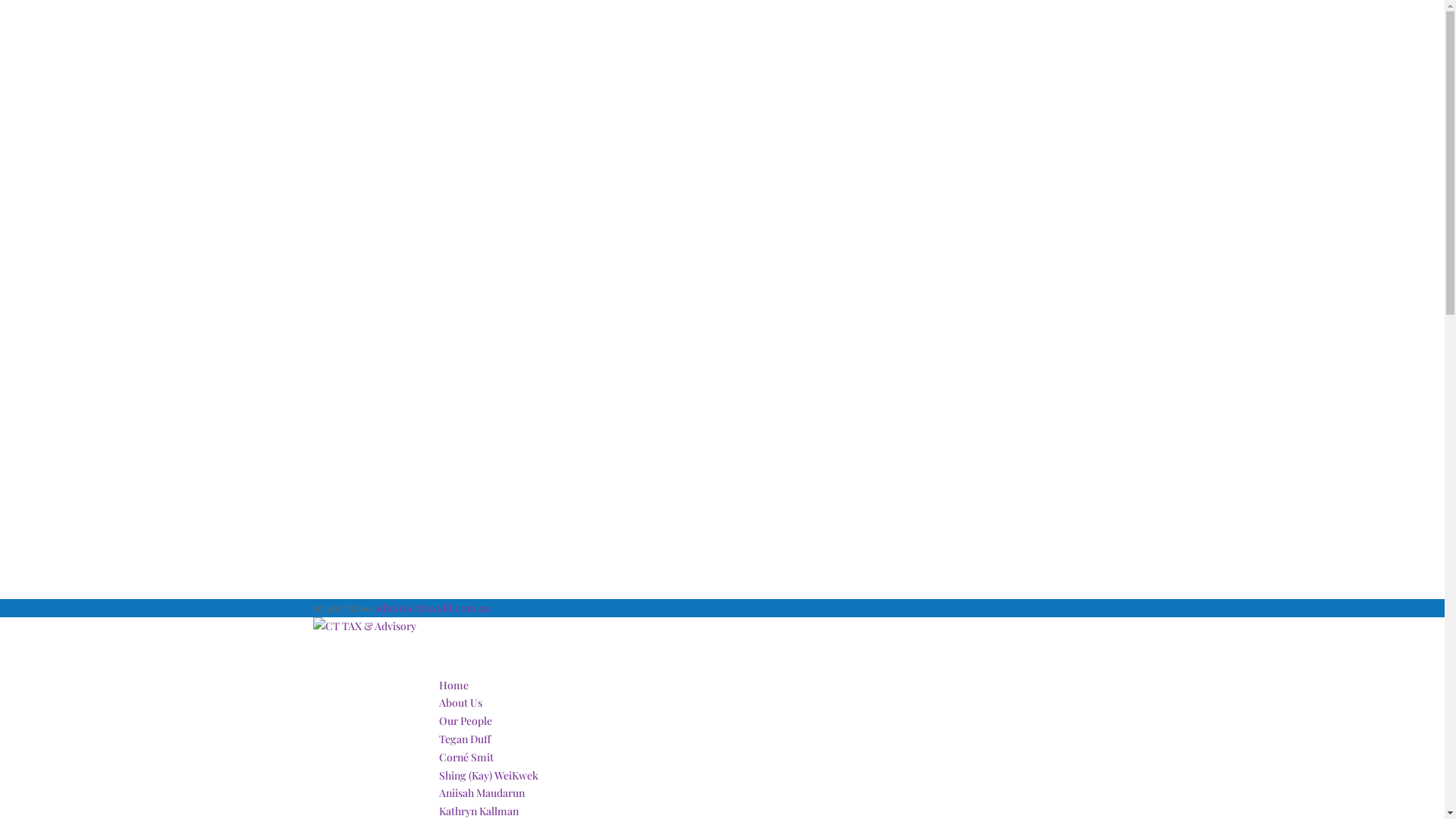  What do you see at coordinates (459, 722) in the screenshot?
I see `'About Us'` at bounding box center [459, 722].